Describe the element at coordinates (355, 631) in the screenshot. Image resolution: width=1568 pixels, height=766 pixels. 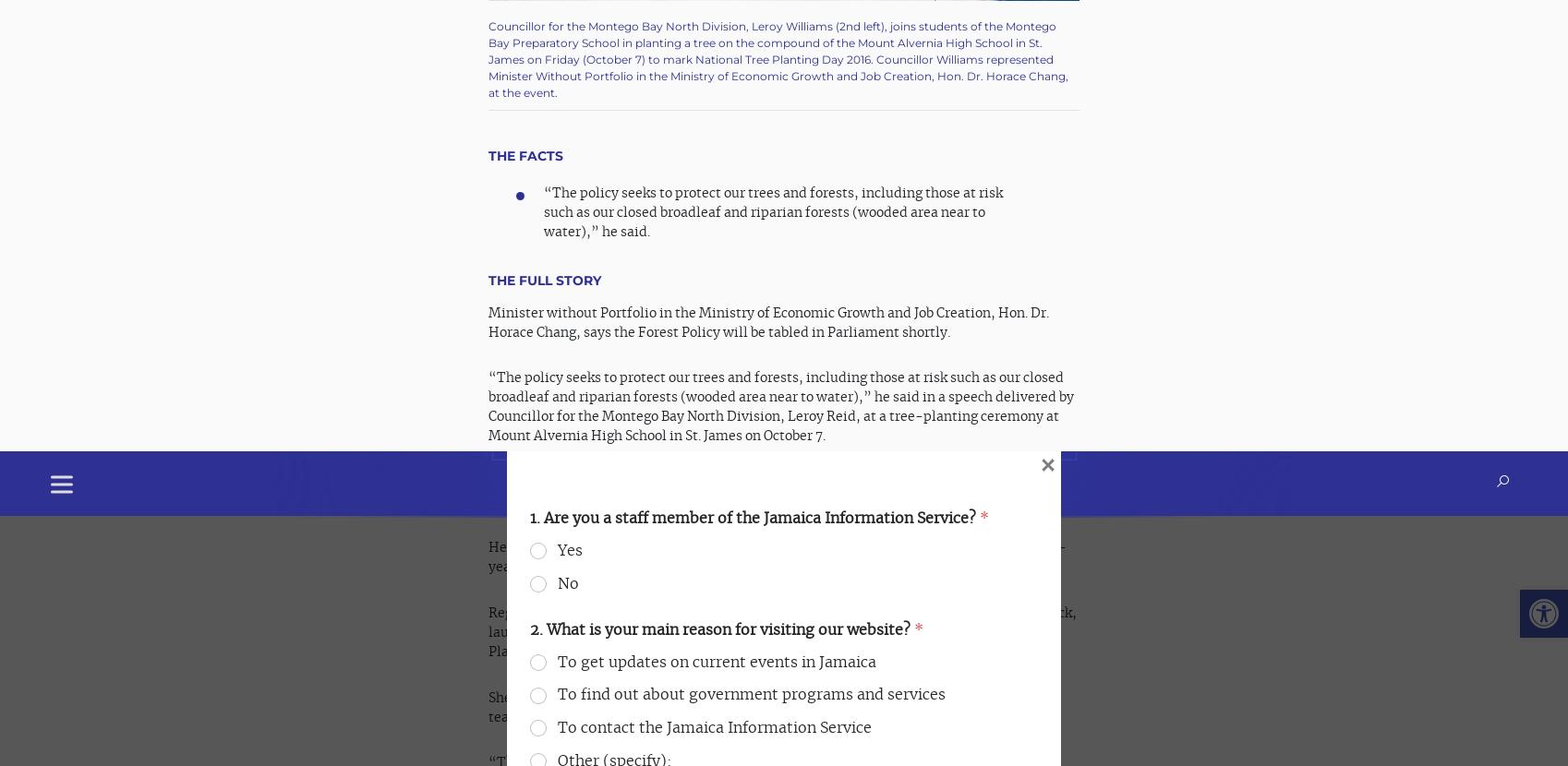
I see `'Heritage Sites'` at that location.